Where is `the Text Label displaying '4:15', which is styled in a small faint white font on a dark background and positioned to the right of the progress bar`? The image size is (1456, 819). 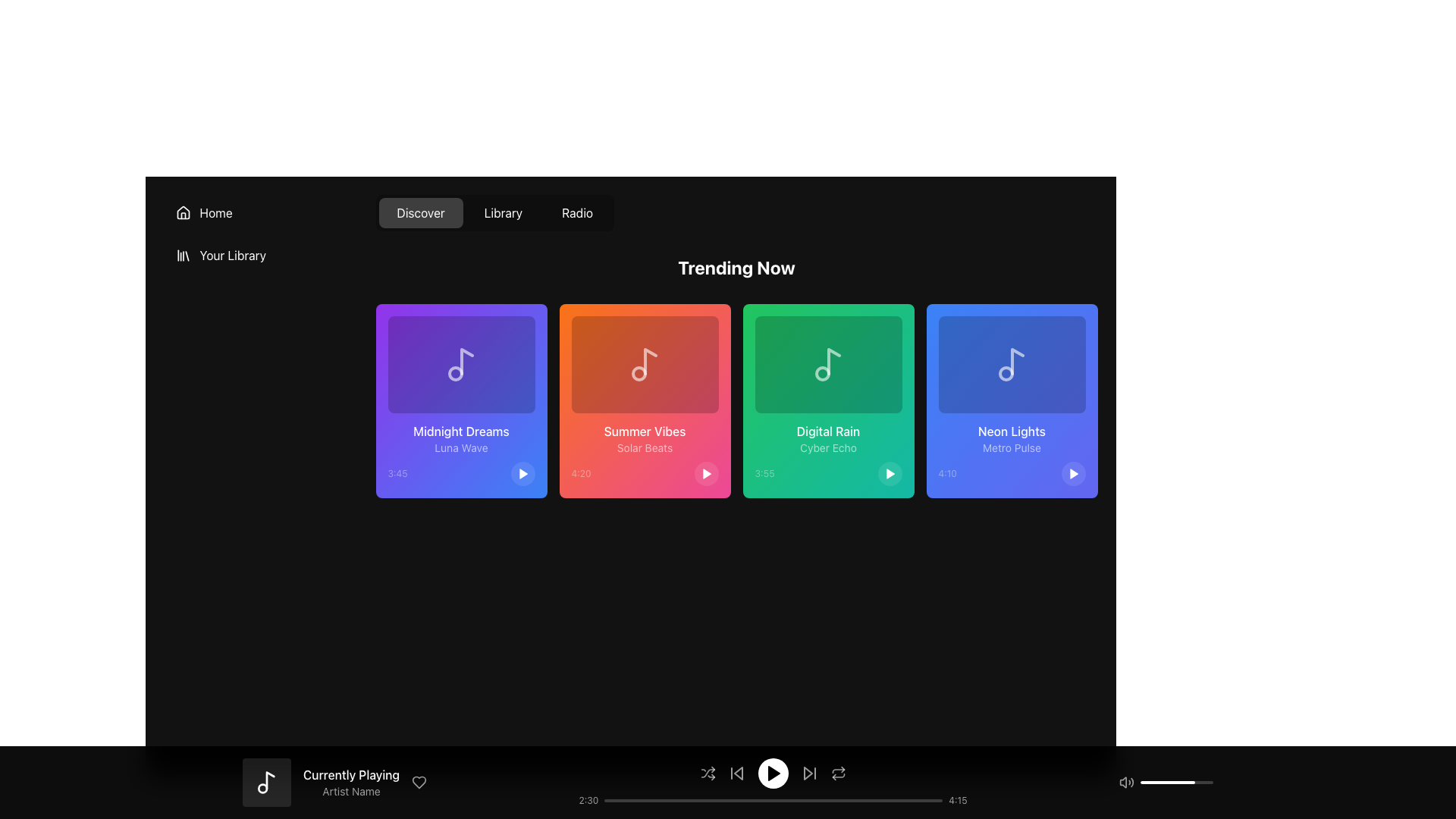
the Text Label displaying '4:15', which is styled in a small faint white font on a dark background and positioned to the right of the progress bar is located at coordinates (957, 800).